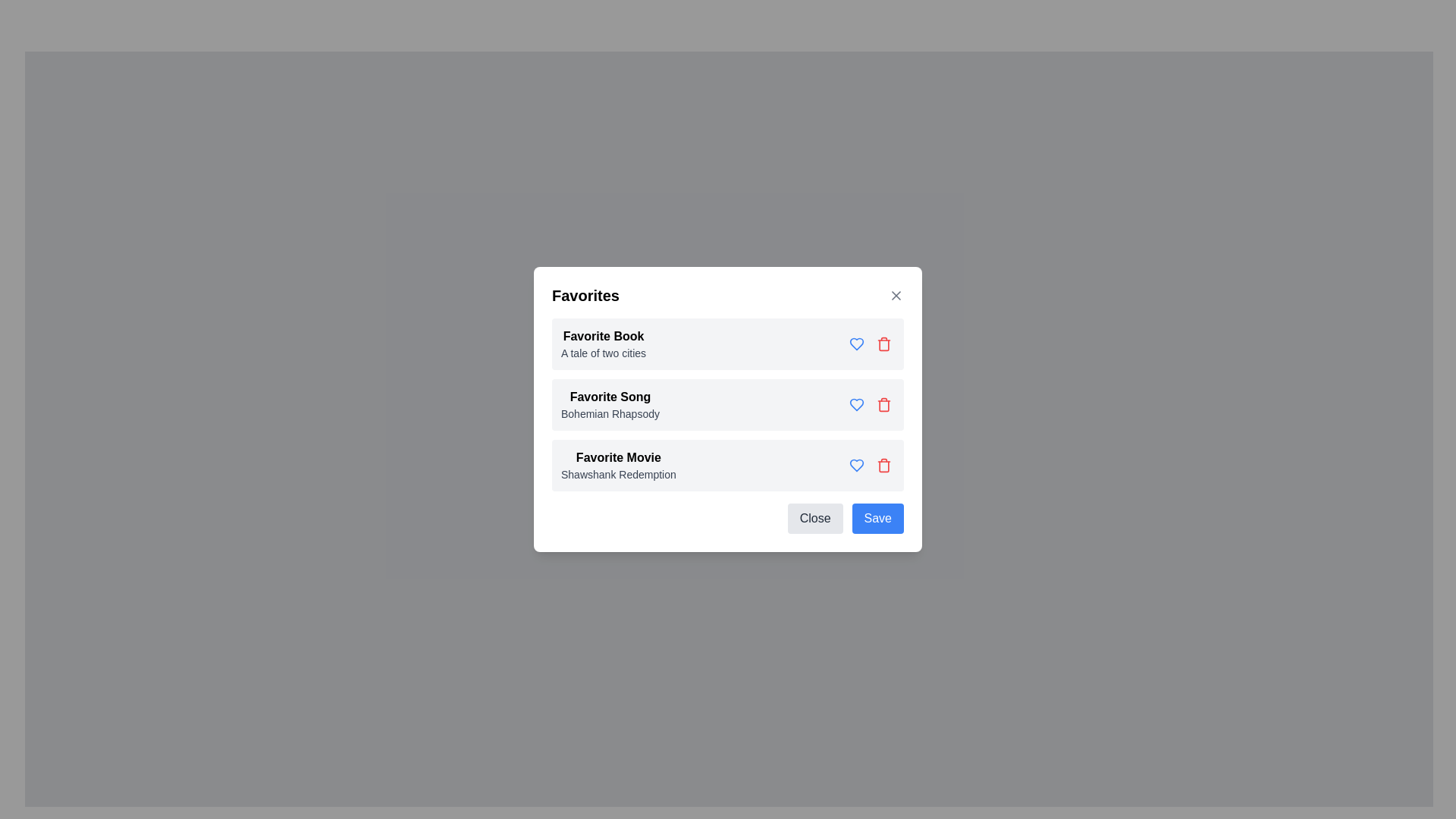 The image size is (1456, 819). I want to click on the Text label that serves as the title for the book preference, located under 'Favorites' and above 'A tale of two cities', so click(603, 335).